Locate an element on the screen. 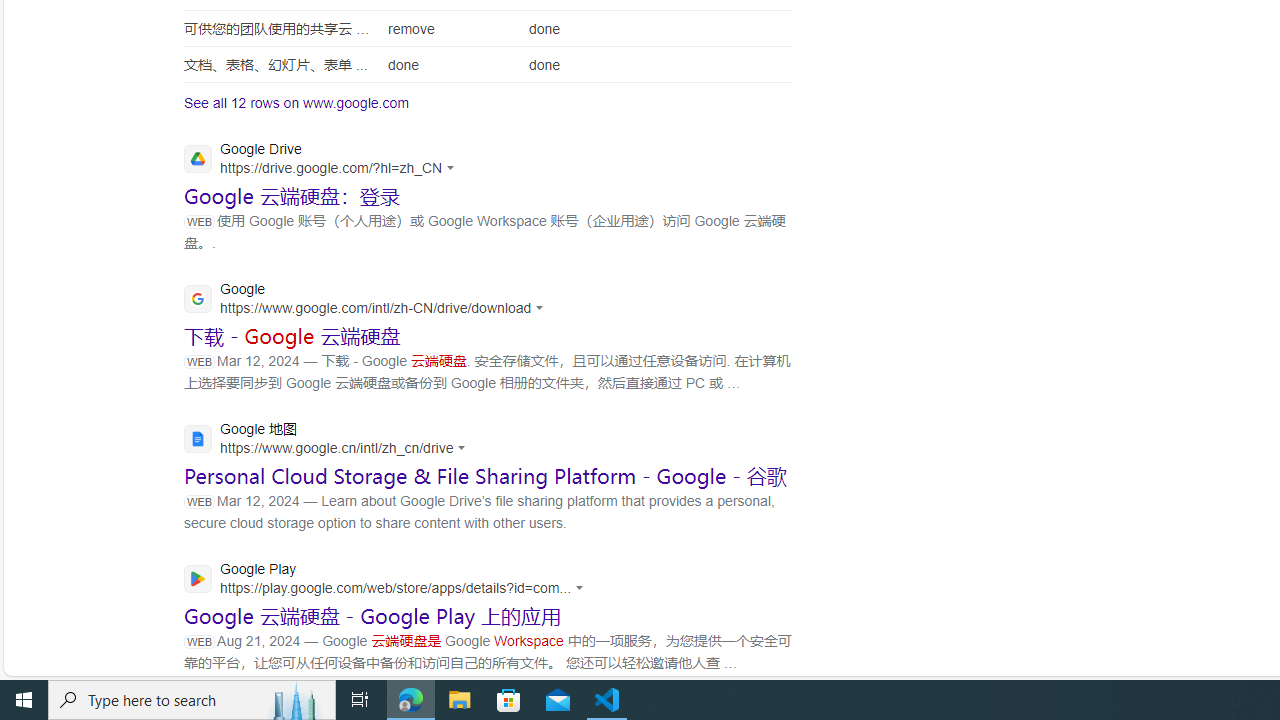  'Actions for this site' is located at coordinates (582, 586).